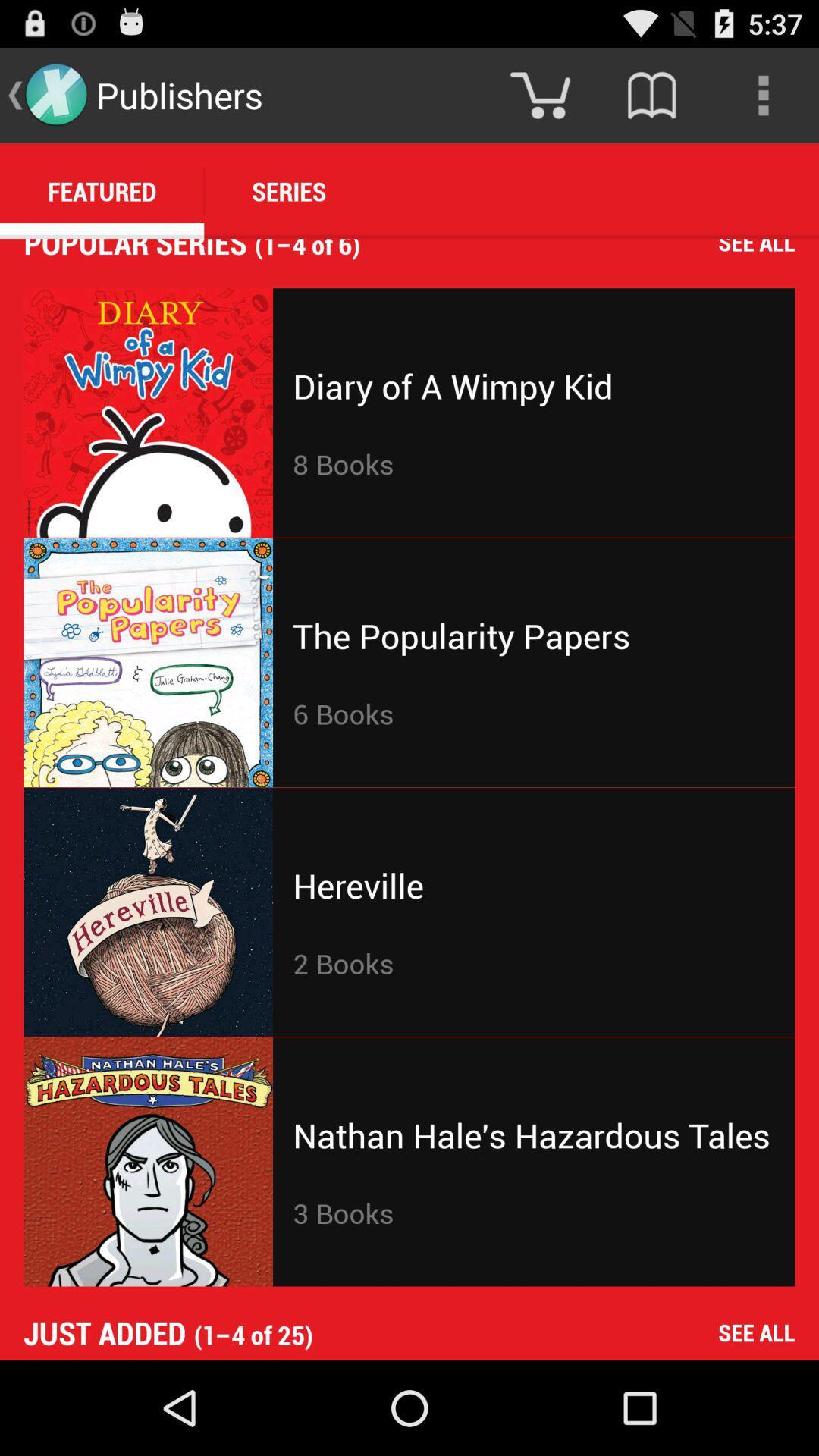 The width and height of the screenshot is (819, 1456). I want to click on the featured, so click(102, 190).